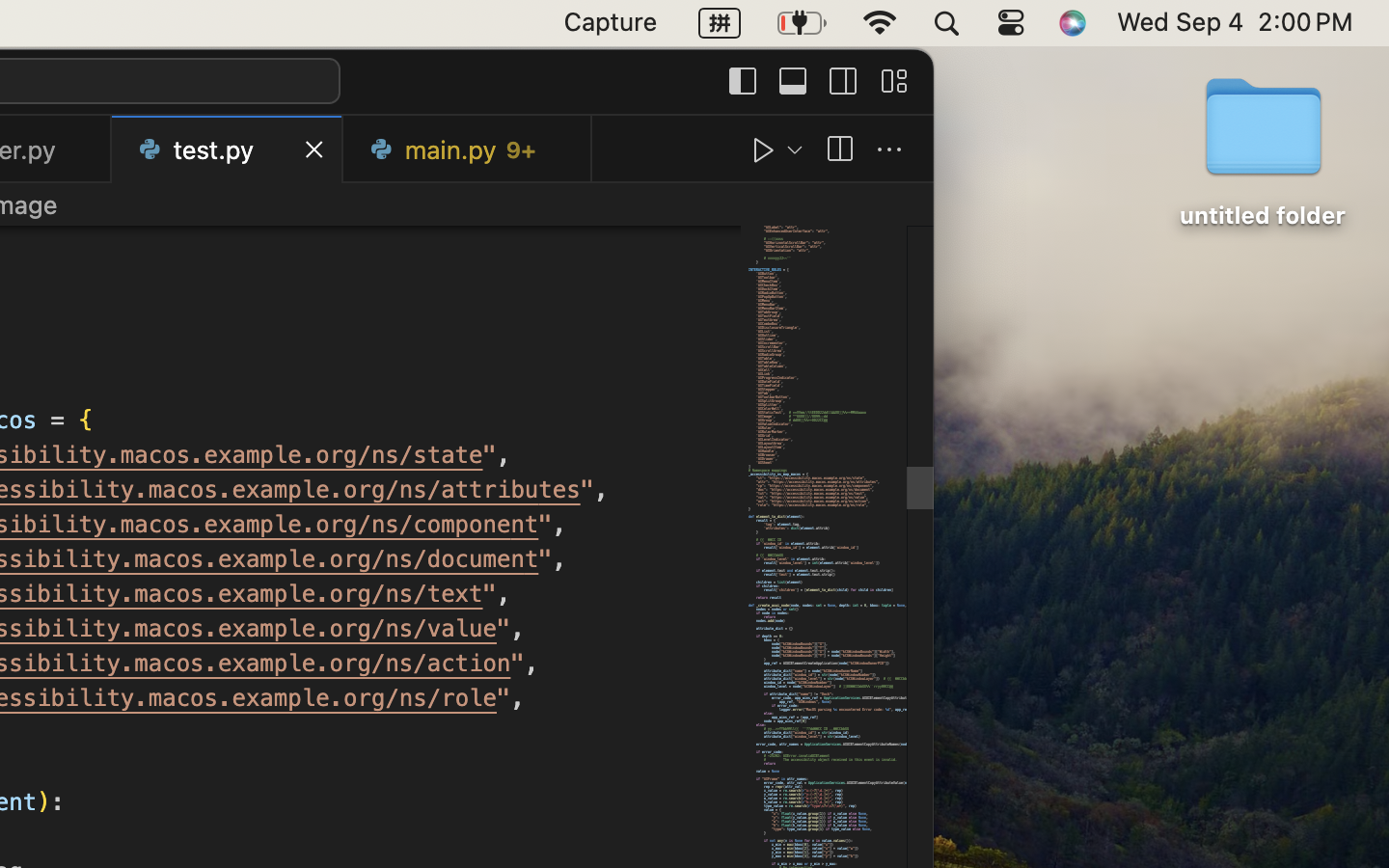 Image resolution: width=1389 pixels, height=868 pixels. What do you see at coordinates (228, 149) in the screenshot?
I see `'1 test.py  '` at bounding box center [228, 149].